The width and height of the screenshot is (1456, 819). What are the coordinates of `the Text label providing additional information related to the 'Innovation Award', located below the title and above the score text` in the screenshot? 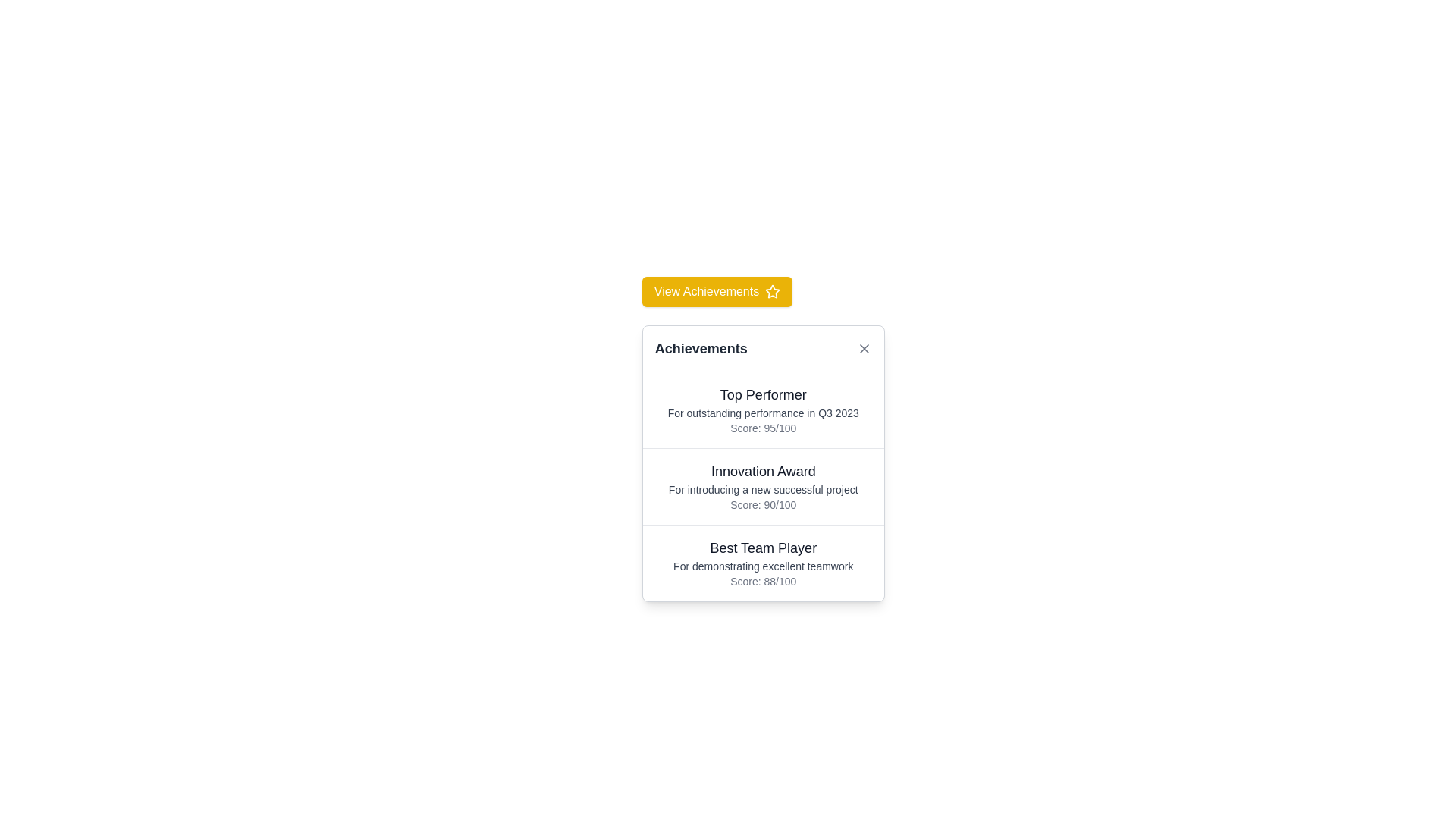 It's located at (763, 489).